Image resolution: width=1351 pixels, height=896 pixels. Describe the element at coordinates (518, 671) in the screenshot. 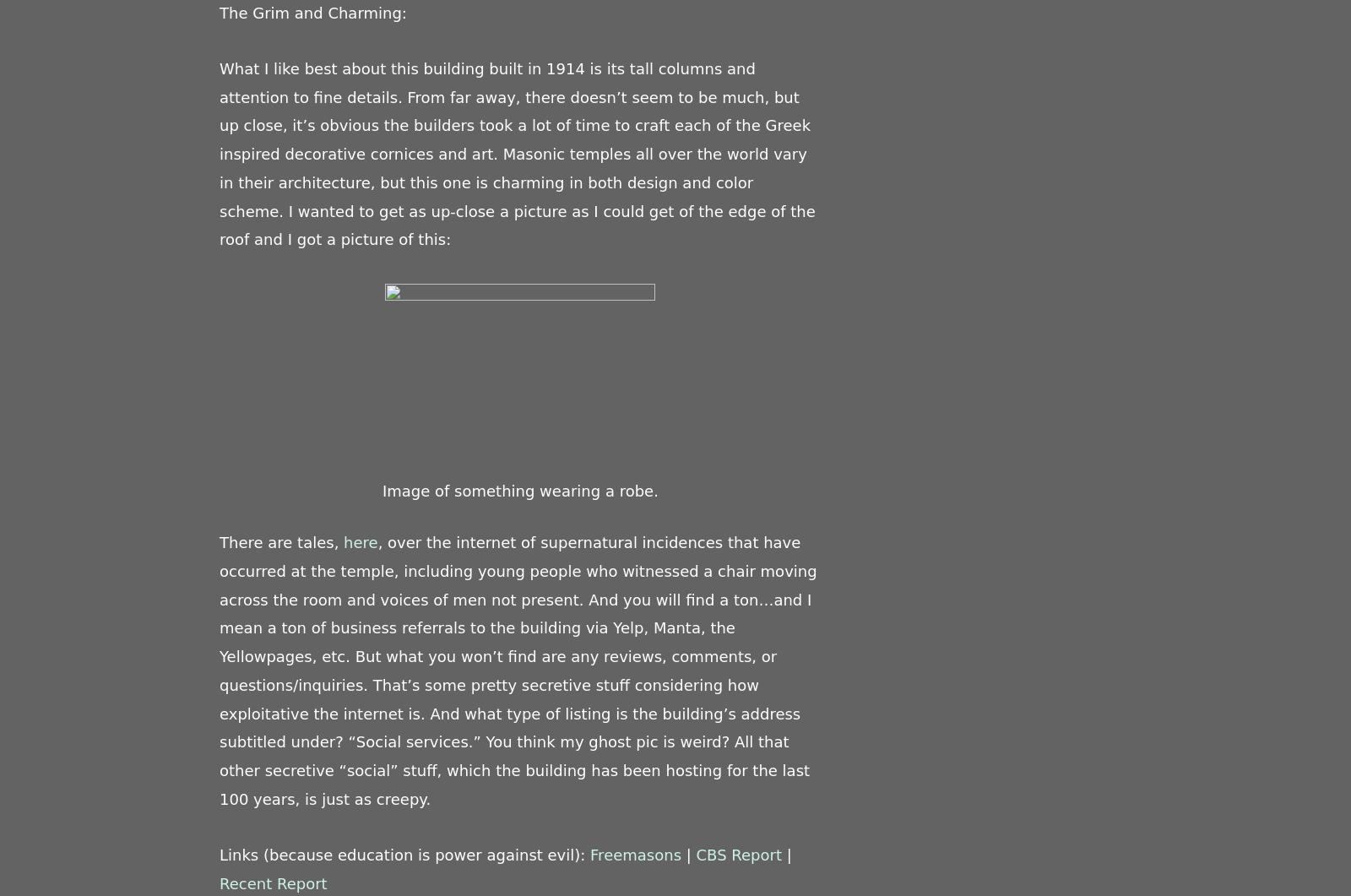

I see `', over the internet of supernatural incidences that have occurred at the temple, including young people who witnessed a chair moving across the room and voices of men not present. And you will find a ton…and I mean a ton of business referrals to the building via Yelp, Manta, the Yellowpages, etc. But what you won’t find are any reviews, comments, or questions/inquiries. That’s some pretty secretive stuff considering how exploitative the internet is. And what type of listing is the building’s address subtitled under? “Social services.” You think my ghost pic is weird? All that other secretive “social” stuff, which the building has been hosting for the last 100 years, is just as creepy.'` at that location.